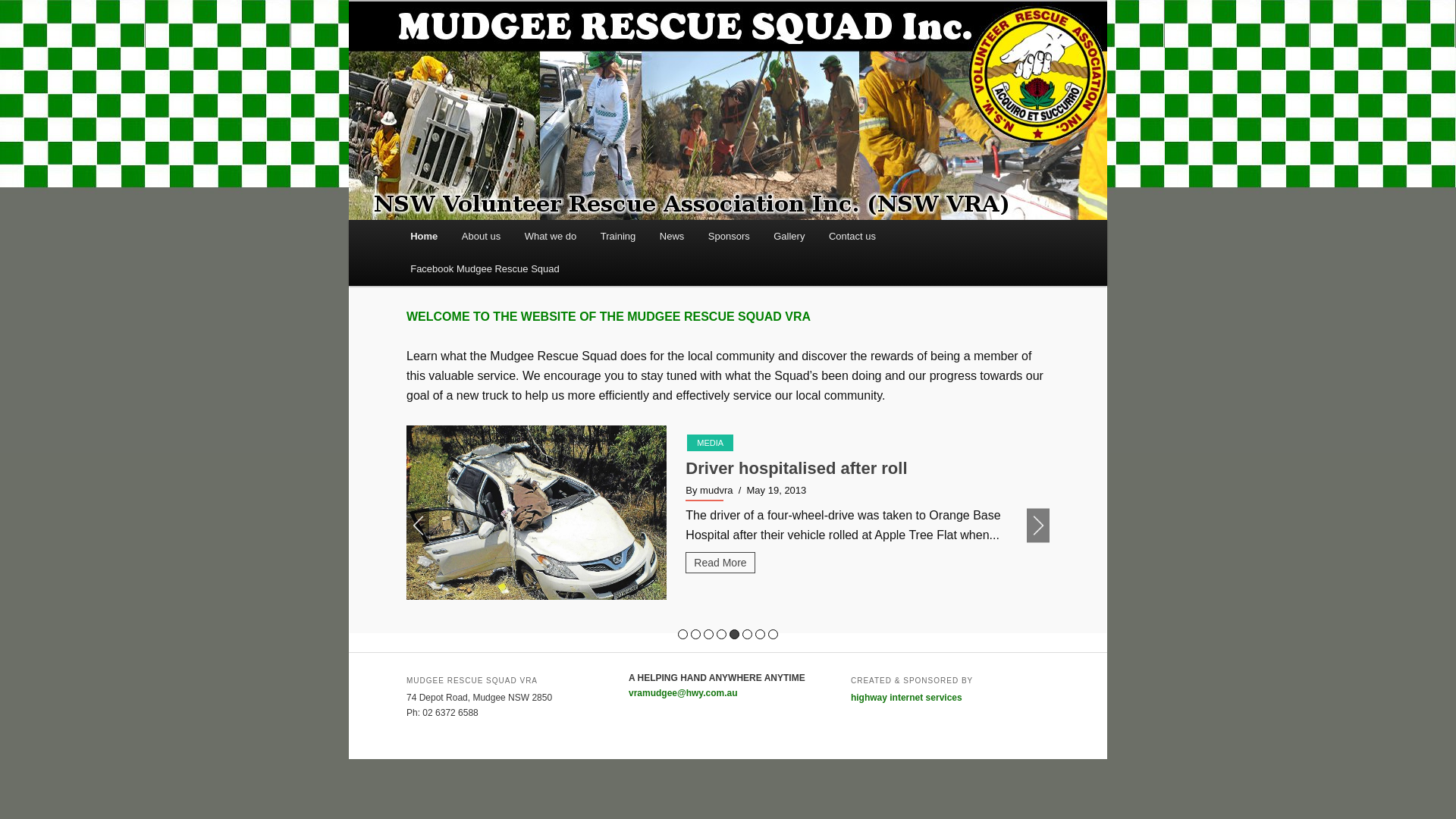 This screenshot has height=819, width=1456. I want to click on 'vramudgee@hwy.com.au', so click(682, 693).